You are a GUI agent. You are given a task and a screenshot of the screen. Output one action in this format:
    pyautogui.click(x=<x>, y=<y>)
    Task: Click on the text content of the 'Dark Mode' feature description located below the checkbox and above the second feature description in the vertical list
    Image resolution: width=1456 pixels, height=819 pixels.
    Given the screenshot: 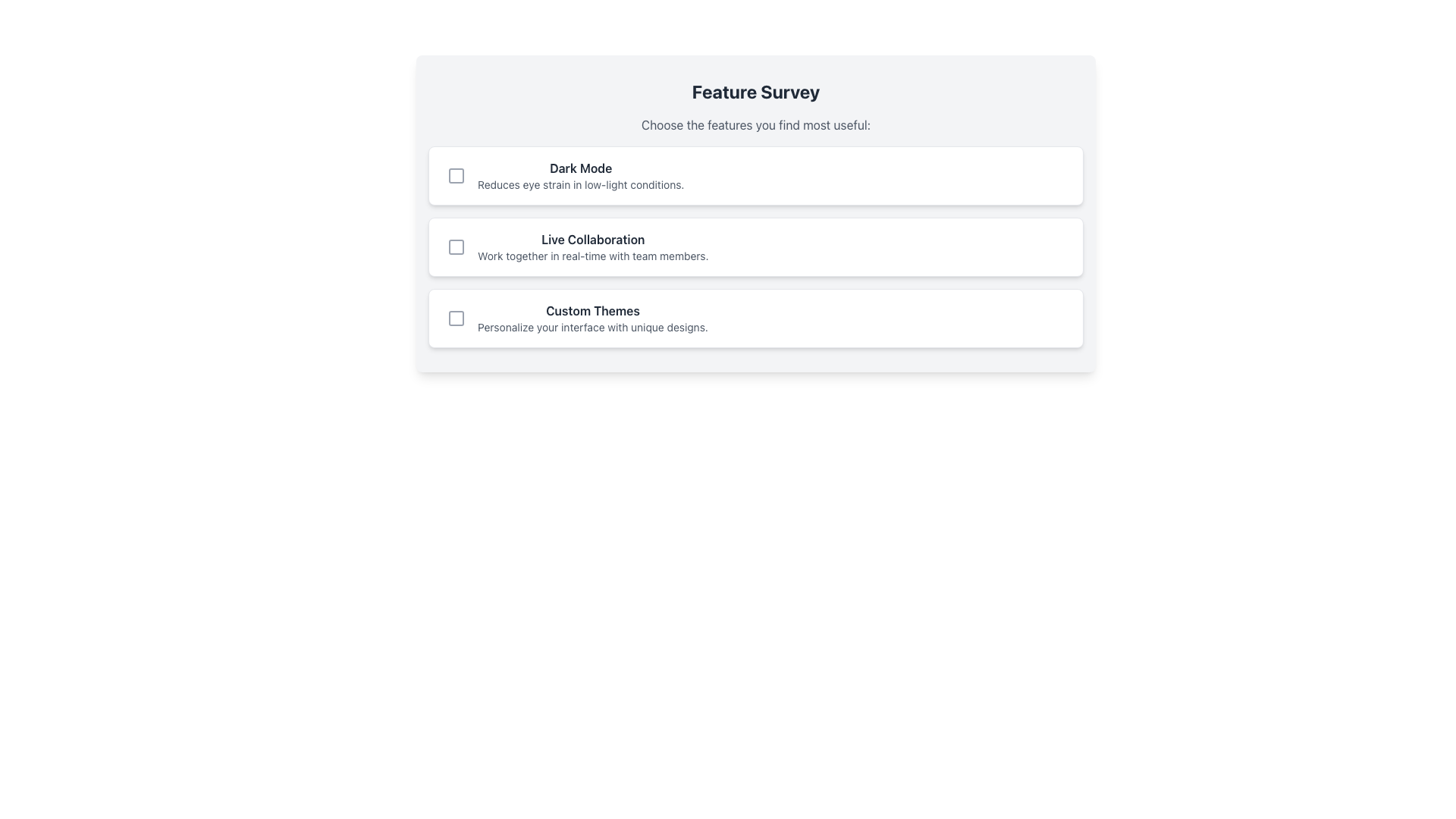 What is the action you would take?
    pyautogui.click(x=580, y=174)
    